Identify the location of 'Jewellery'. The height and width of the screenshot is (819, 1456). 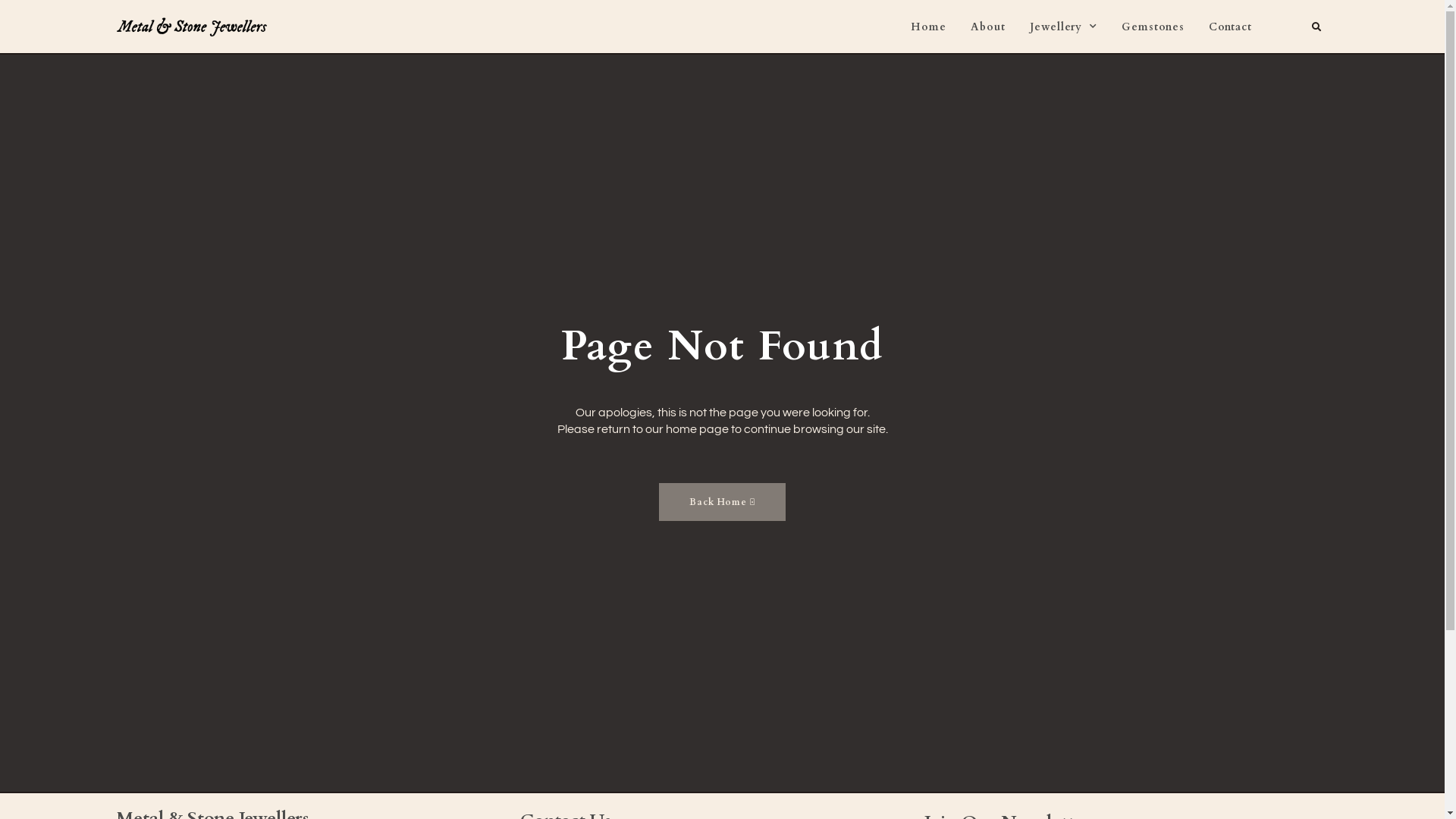
(1030, 27).